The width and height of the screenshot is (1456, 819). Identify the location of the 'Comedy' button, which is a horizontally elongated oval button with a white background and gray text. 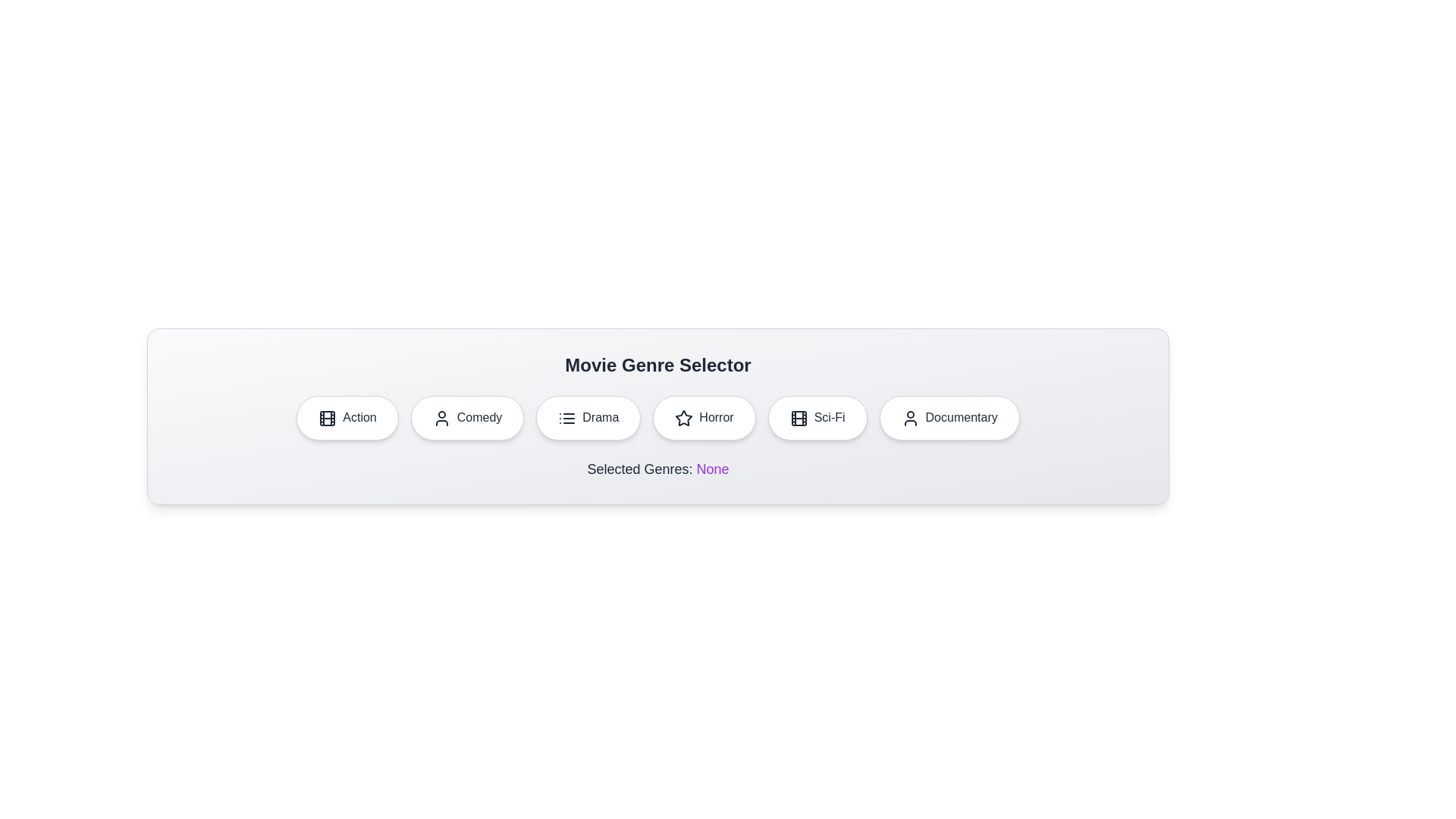
(466, 418).